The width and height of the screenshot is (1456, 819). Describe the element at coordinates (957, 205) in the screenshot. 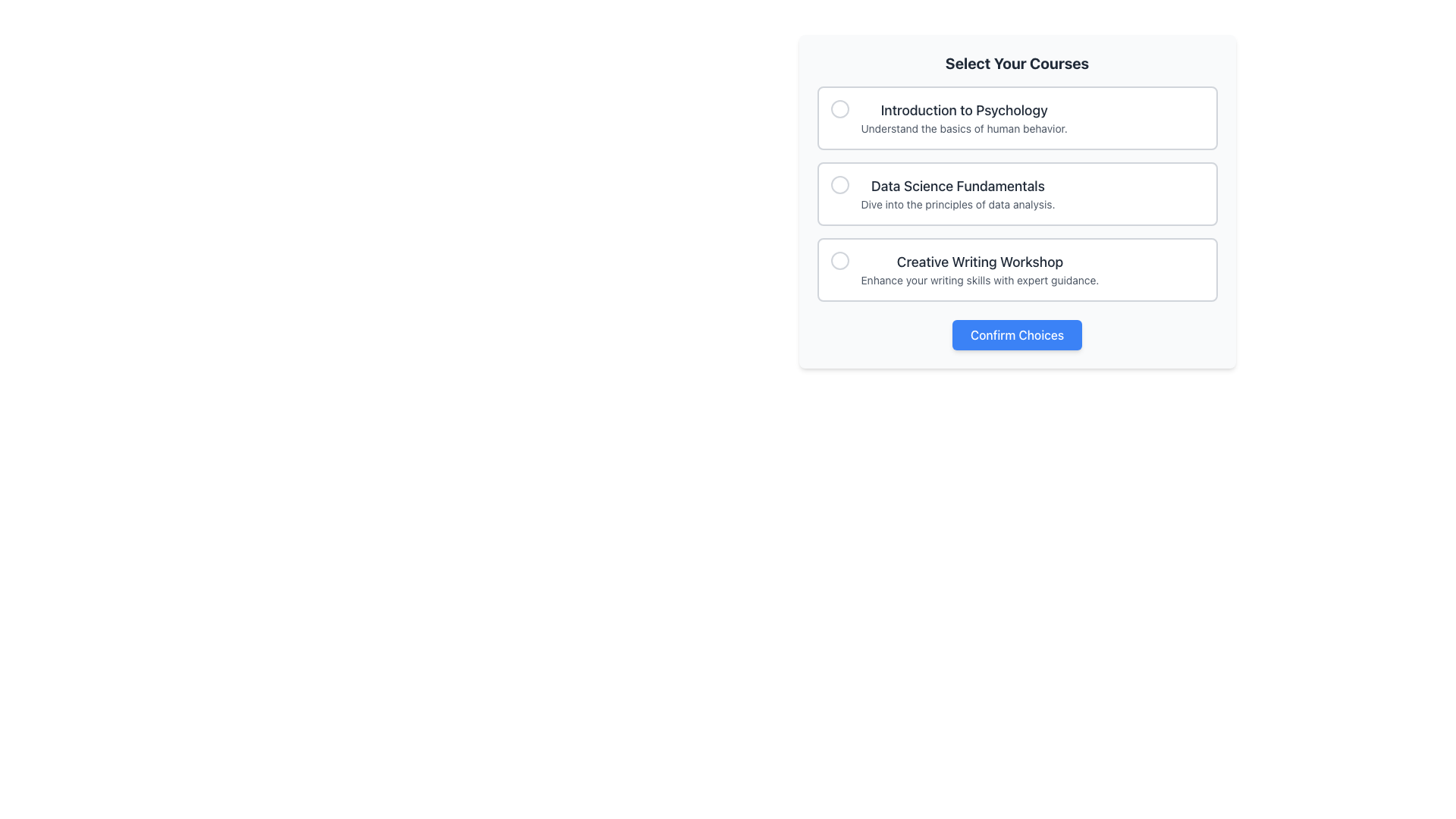

I see `the static text label reading 'Dive into the principles of data analysis.', which is located below the heading 'Data Science Fundamentals' in the second course option` at that location.